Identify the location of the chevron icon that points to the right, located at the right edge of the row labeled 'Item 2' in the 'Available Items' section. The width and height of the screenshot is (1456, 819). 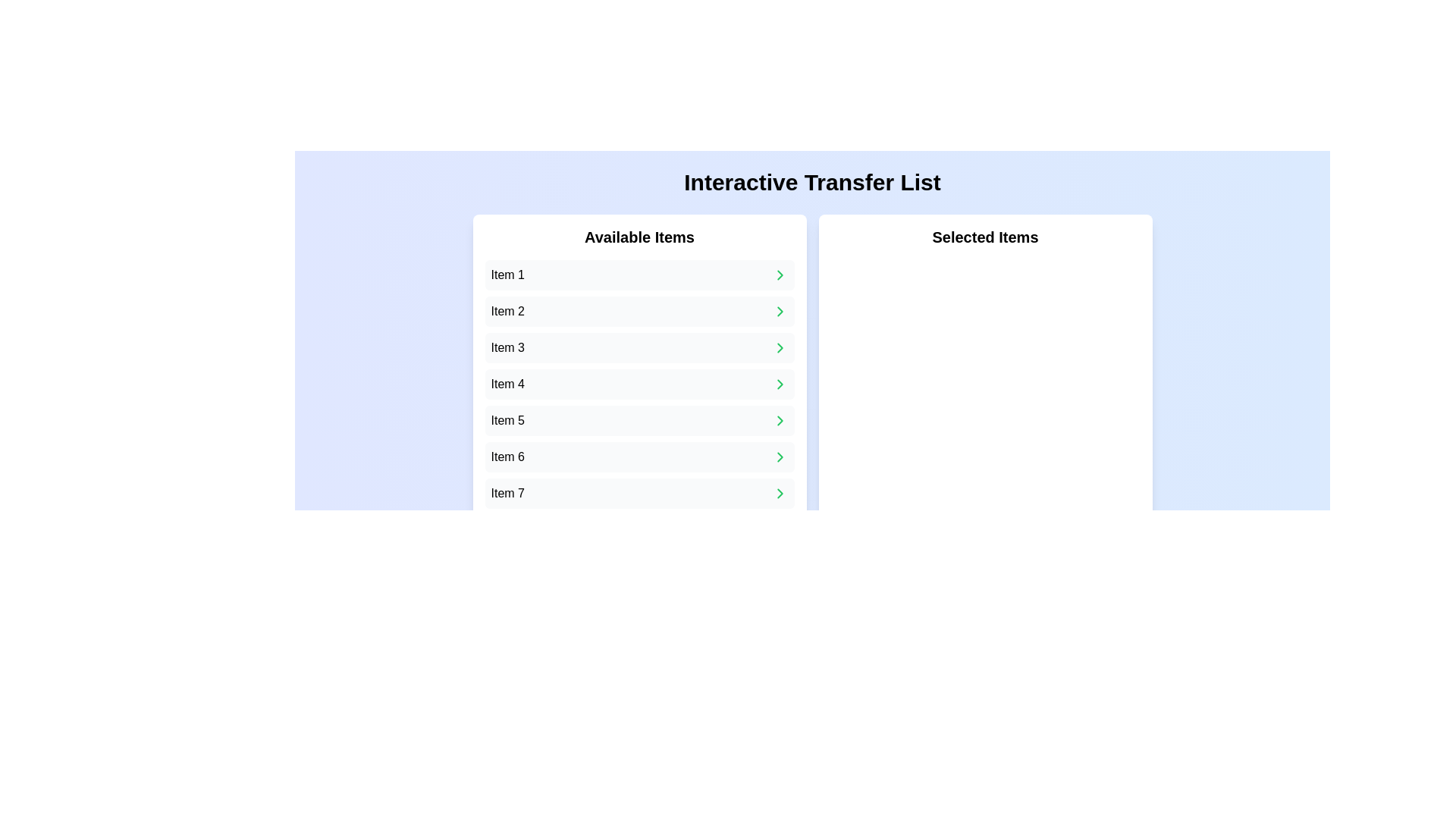
(780, 275).